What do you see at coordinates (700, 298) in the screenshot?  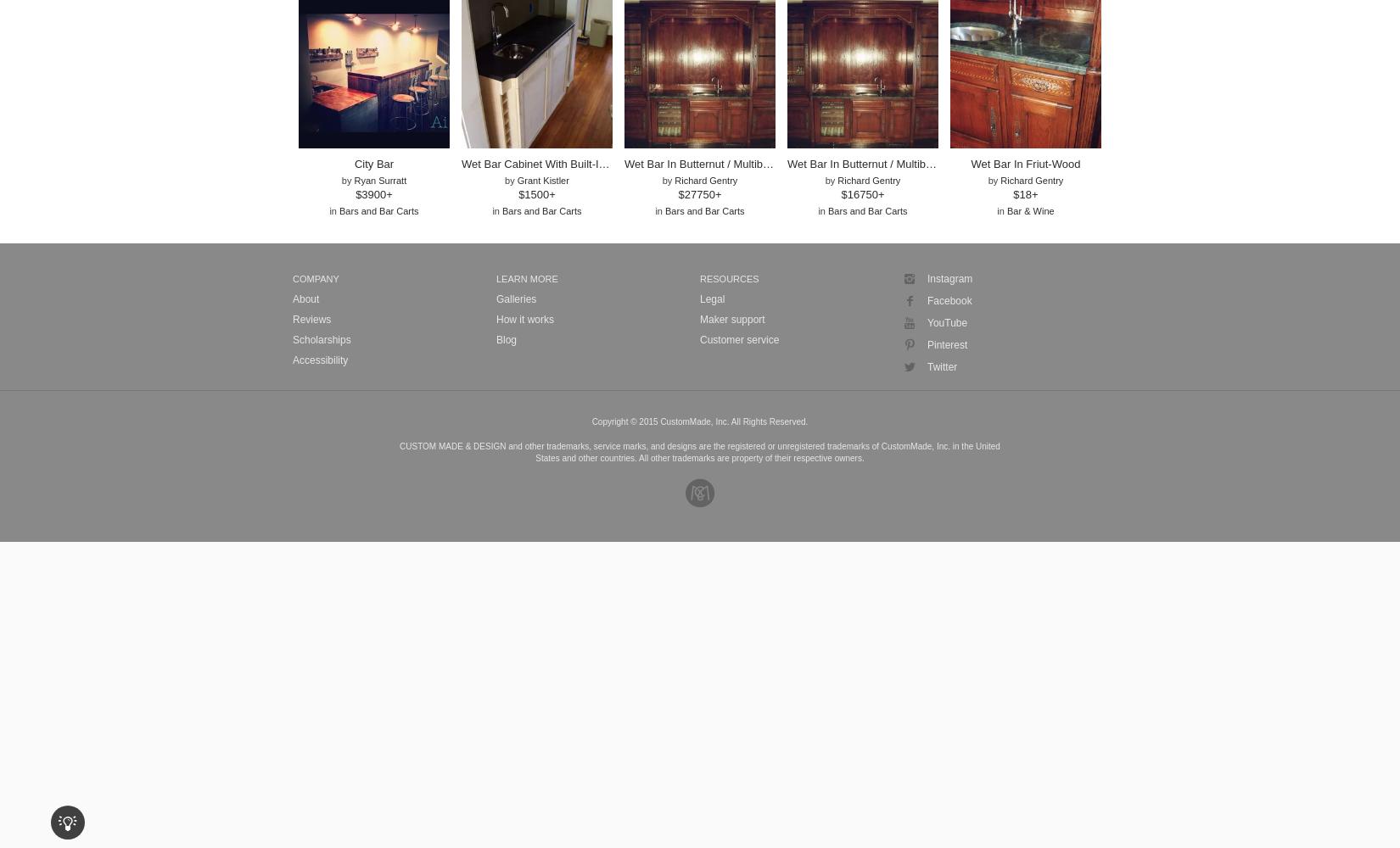 I see `'Legal'` at bounding box center [700, 298].